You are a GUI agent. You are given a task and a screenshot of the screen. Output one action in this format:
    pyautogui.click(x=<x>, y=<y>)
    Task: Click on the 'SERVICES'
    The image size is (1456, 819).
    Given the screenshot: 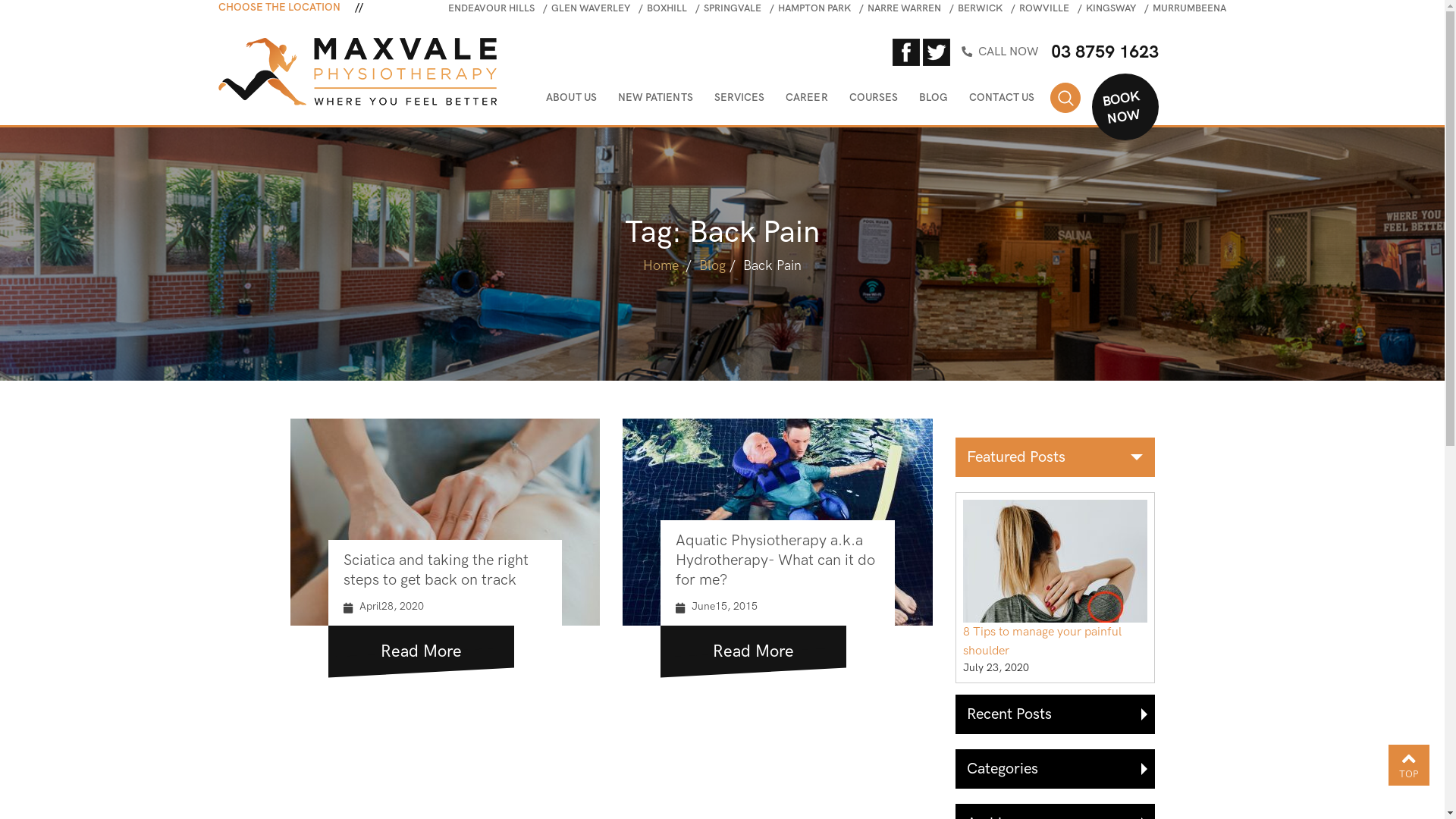 What is the action you would take?
    pyautogui.click(x=739, y=100)
    